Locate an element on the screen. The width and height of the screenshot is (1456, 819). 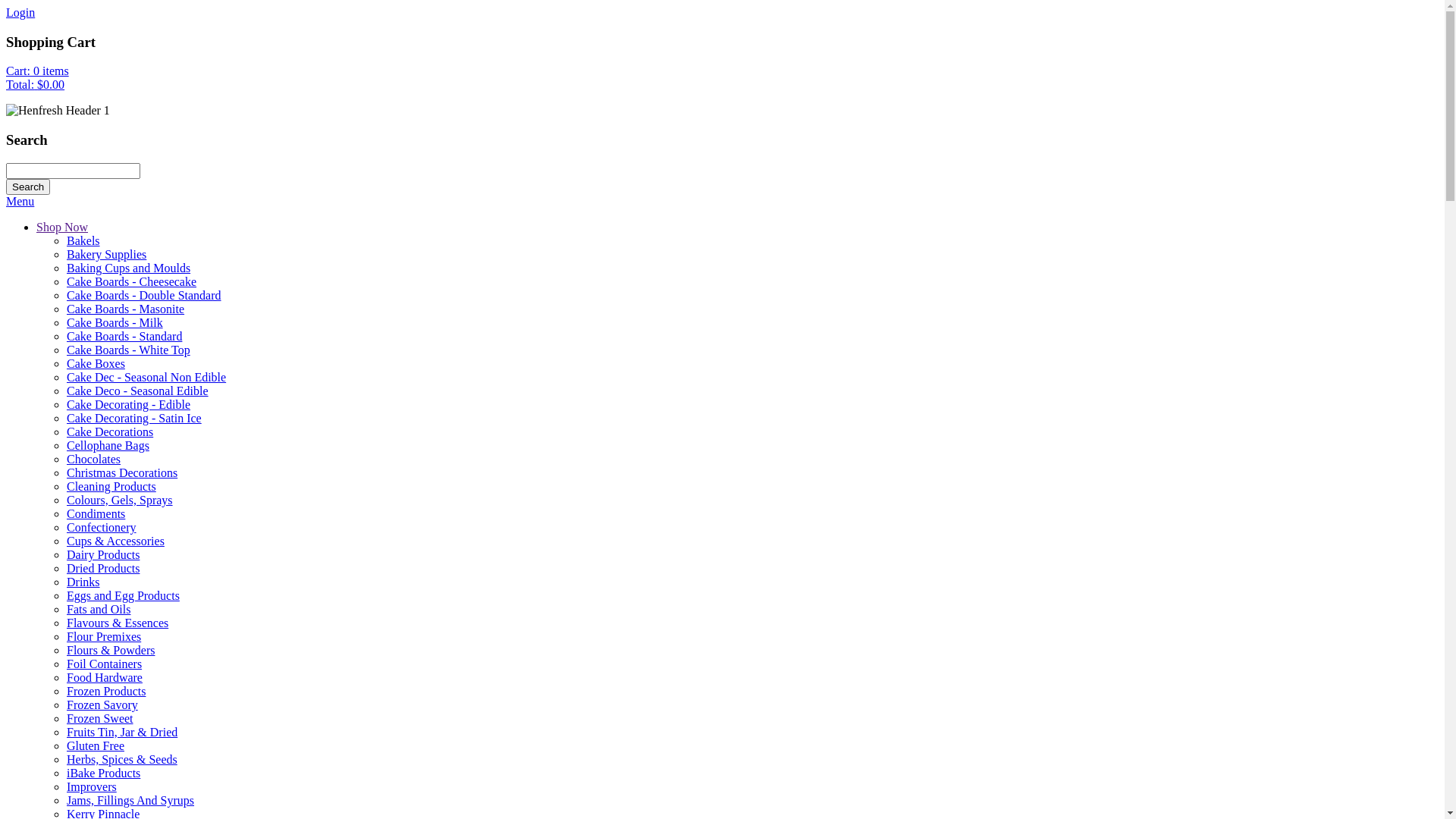
'Chocolates' is located at coordinates (93, 458).